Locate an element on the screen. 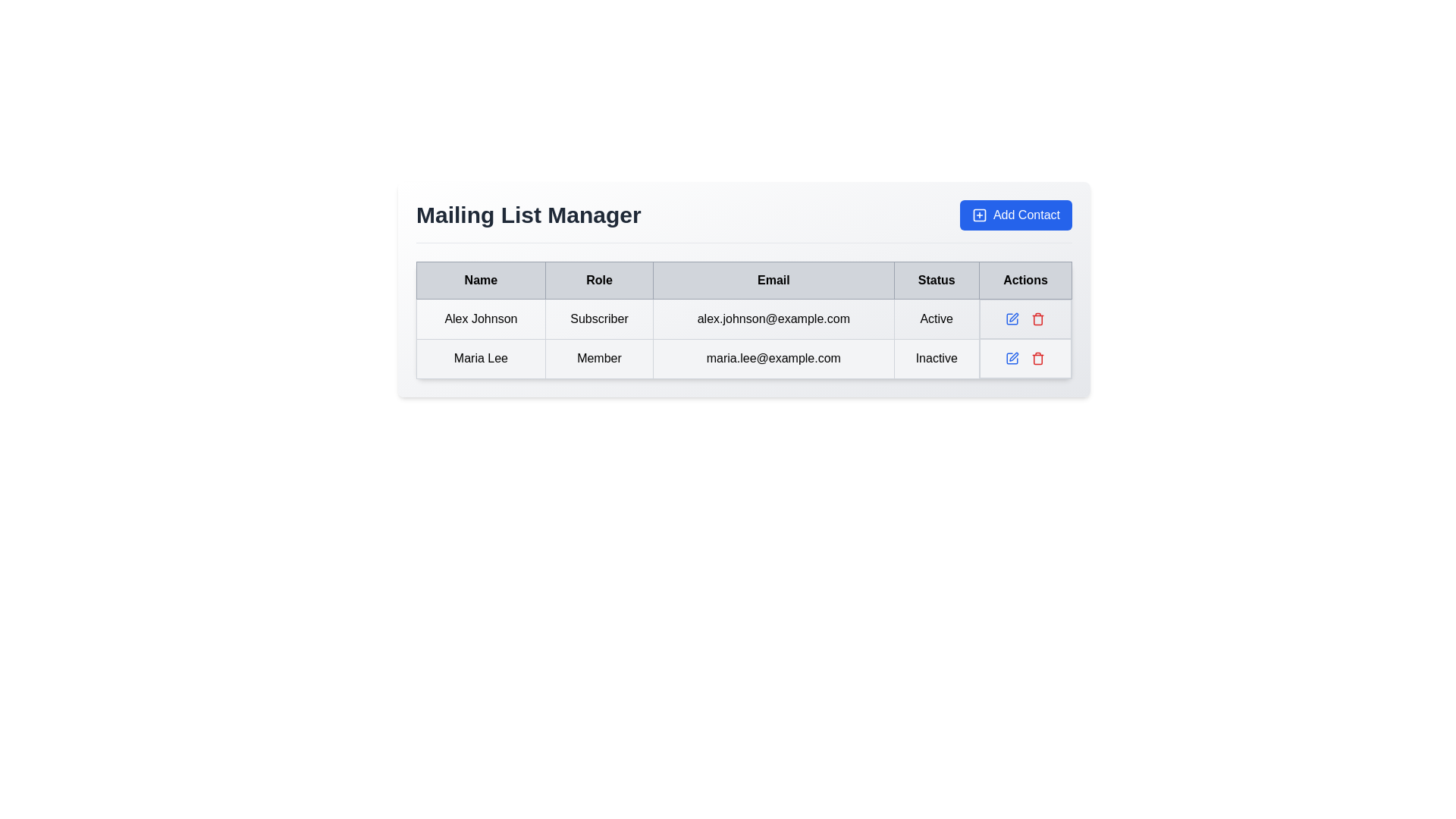 Image resolution: width=1456 pixels, height=819 pixels. the email address display 'maria.lee@example.com' located in the second row of the mailing list management interface under the 'Email' column is located at coordinates (773, 359).